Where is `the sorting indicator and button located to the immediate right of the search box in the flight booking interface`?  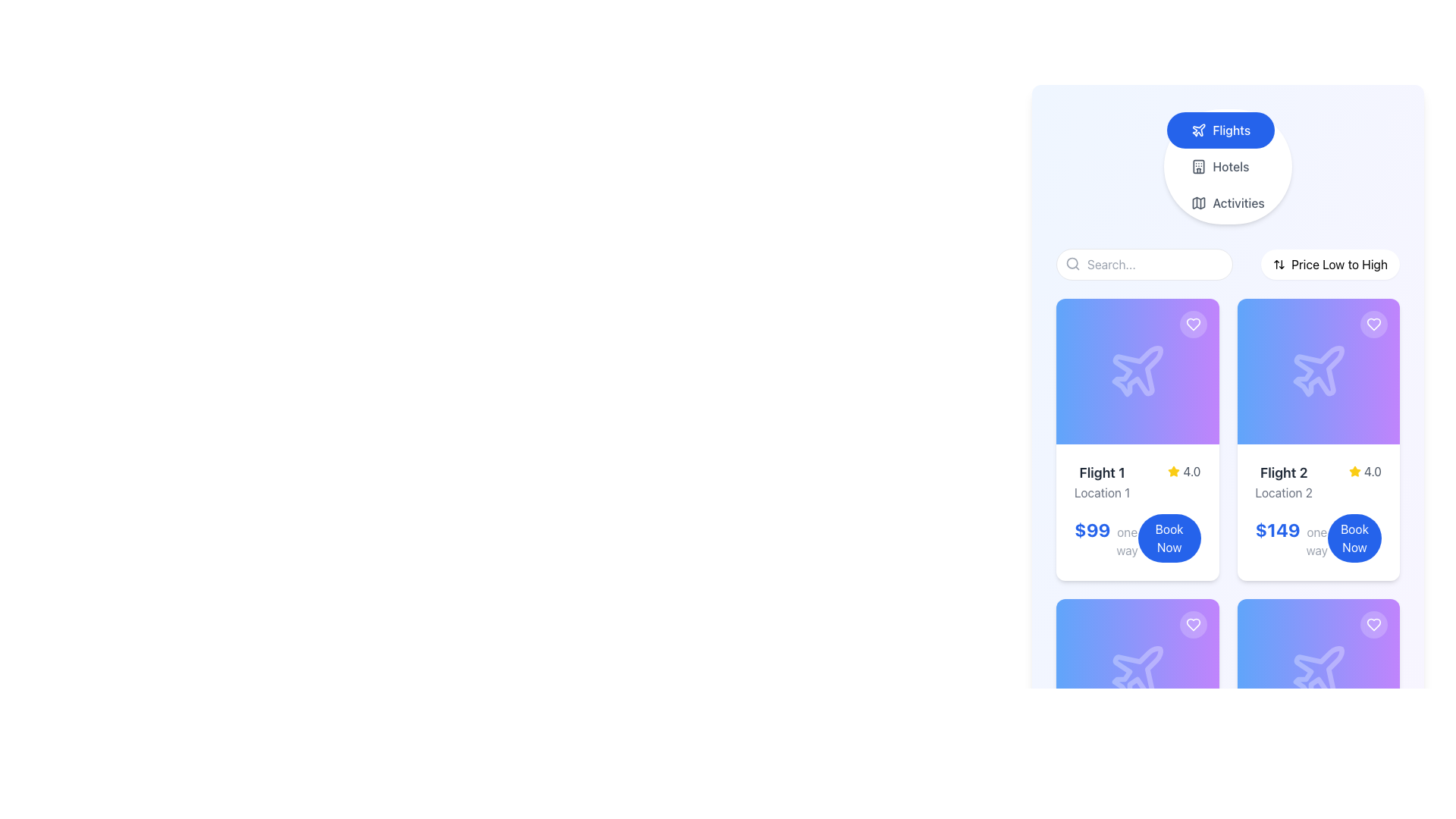 the sorting indicator and button located to the immediate right of the search box in the flight booking interface is located at coordinates (1228, 263).